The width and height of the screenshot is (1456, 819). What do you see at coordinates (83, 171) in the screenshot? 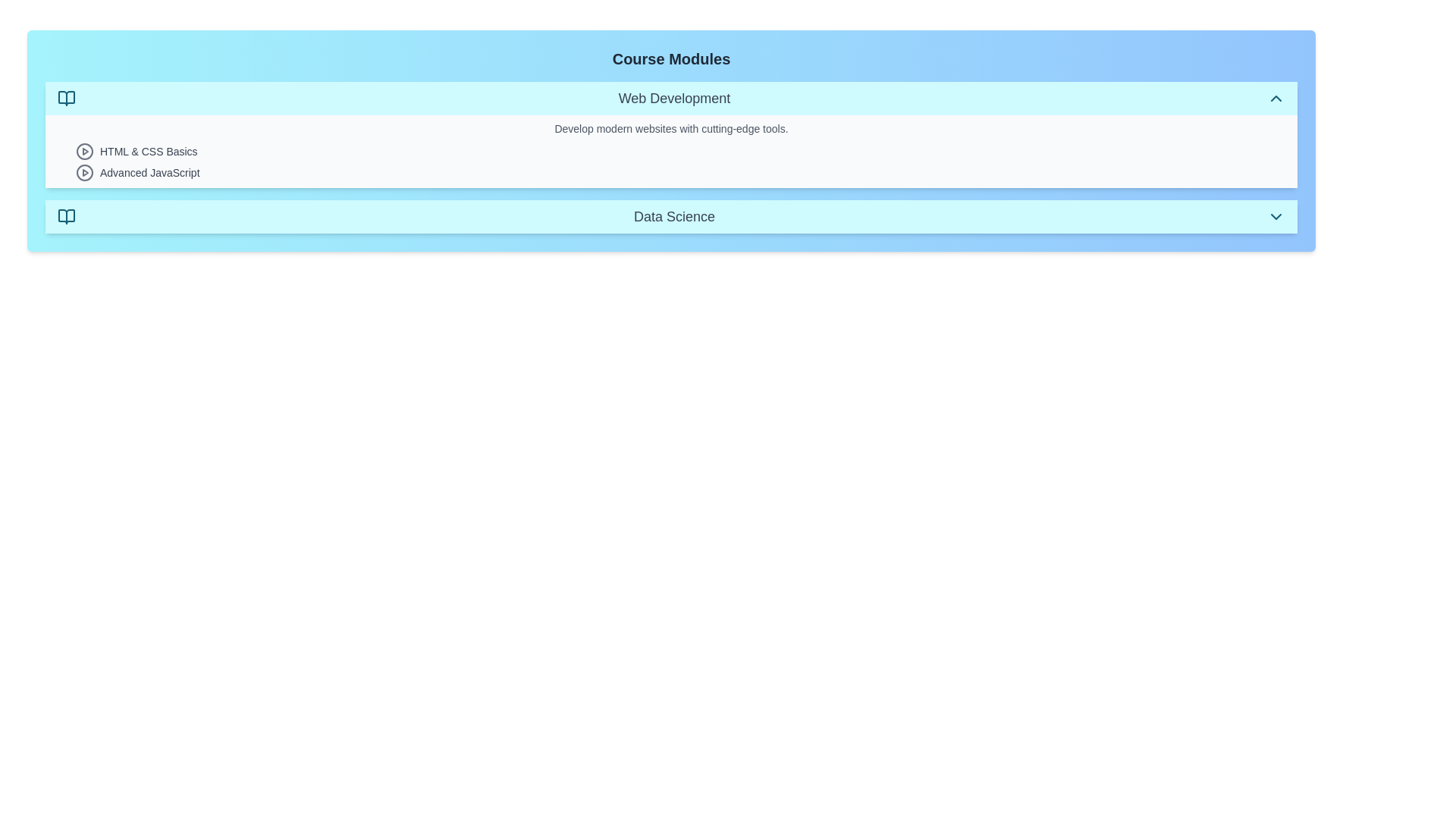
I see `the SVG outline circle that serves as the outer circle of the video play button within the 'Advanced JavaScript' item of the 'Web Development' module` at bounding box center [83, 171].